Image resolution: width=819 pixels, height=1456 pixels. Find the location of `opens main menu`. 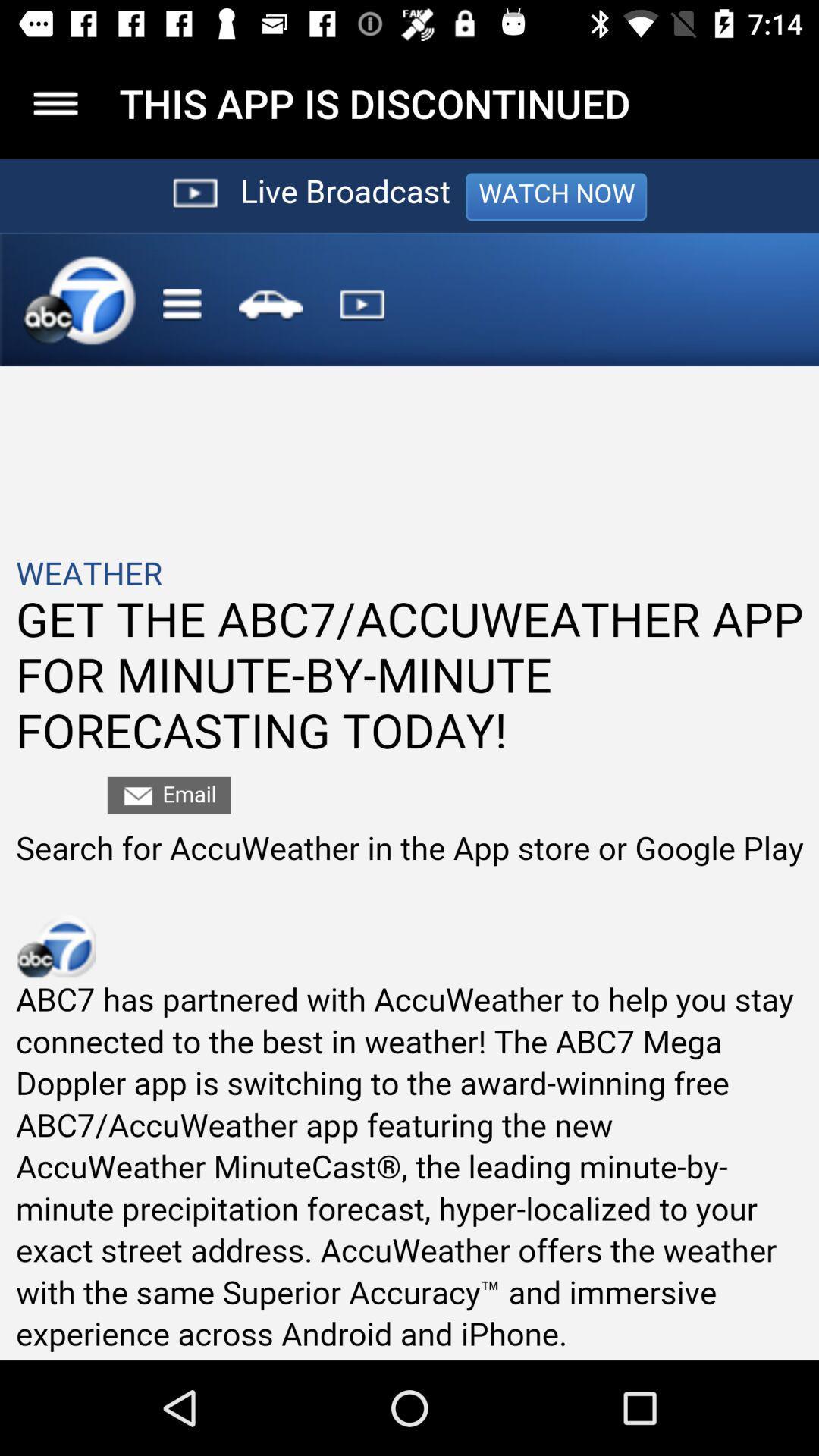

opens main menu is located at coordinates (55, 102).